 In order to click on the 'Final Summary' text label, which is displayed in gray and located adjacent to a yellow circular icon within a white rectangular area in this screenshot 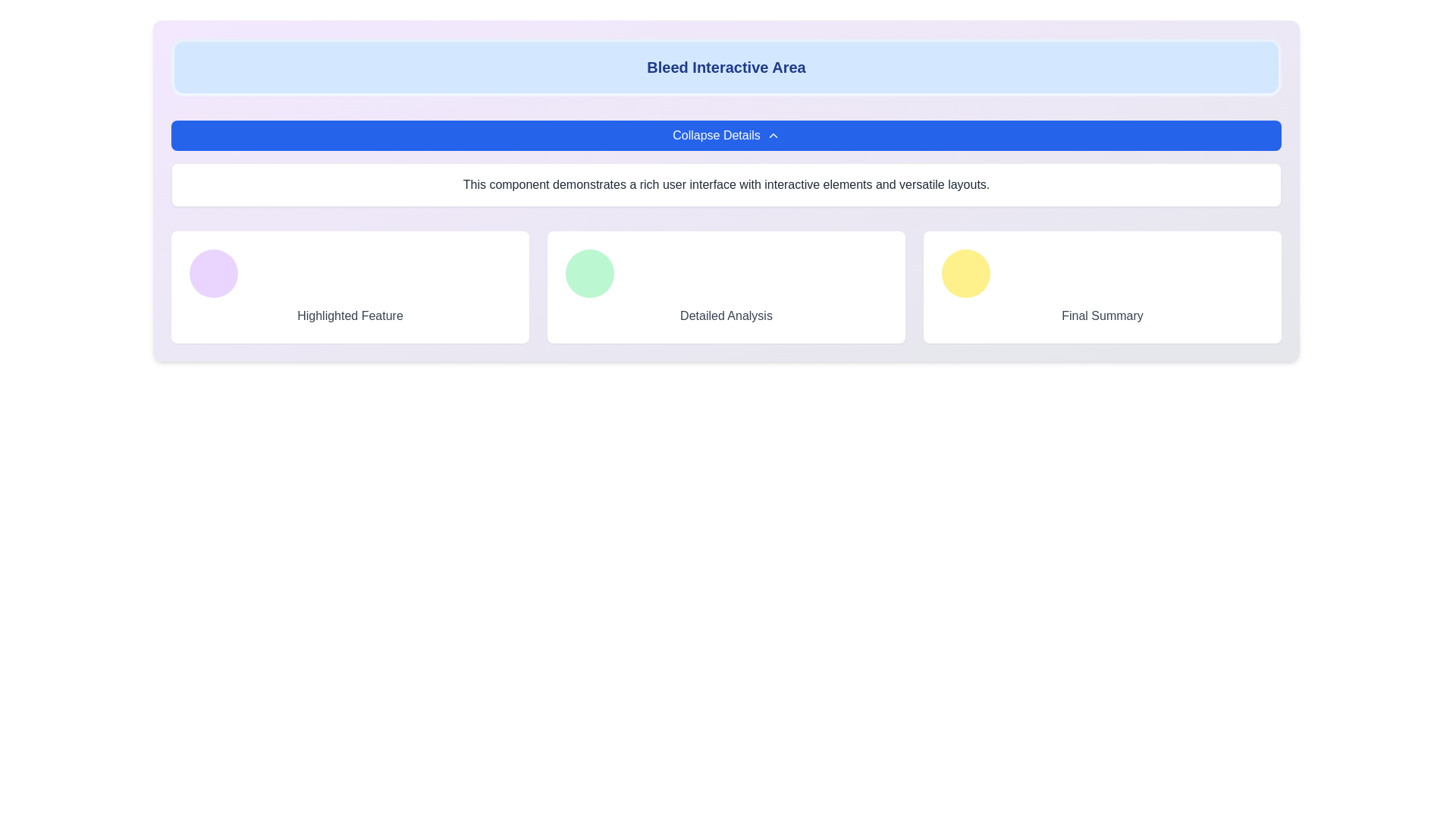, I will do `click(1103, 315)`.